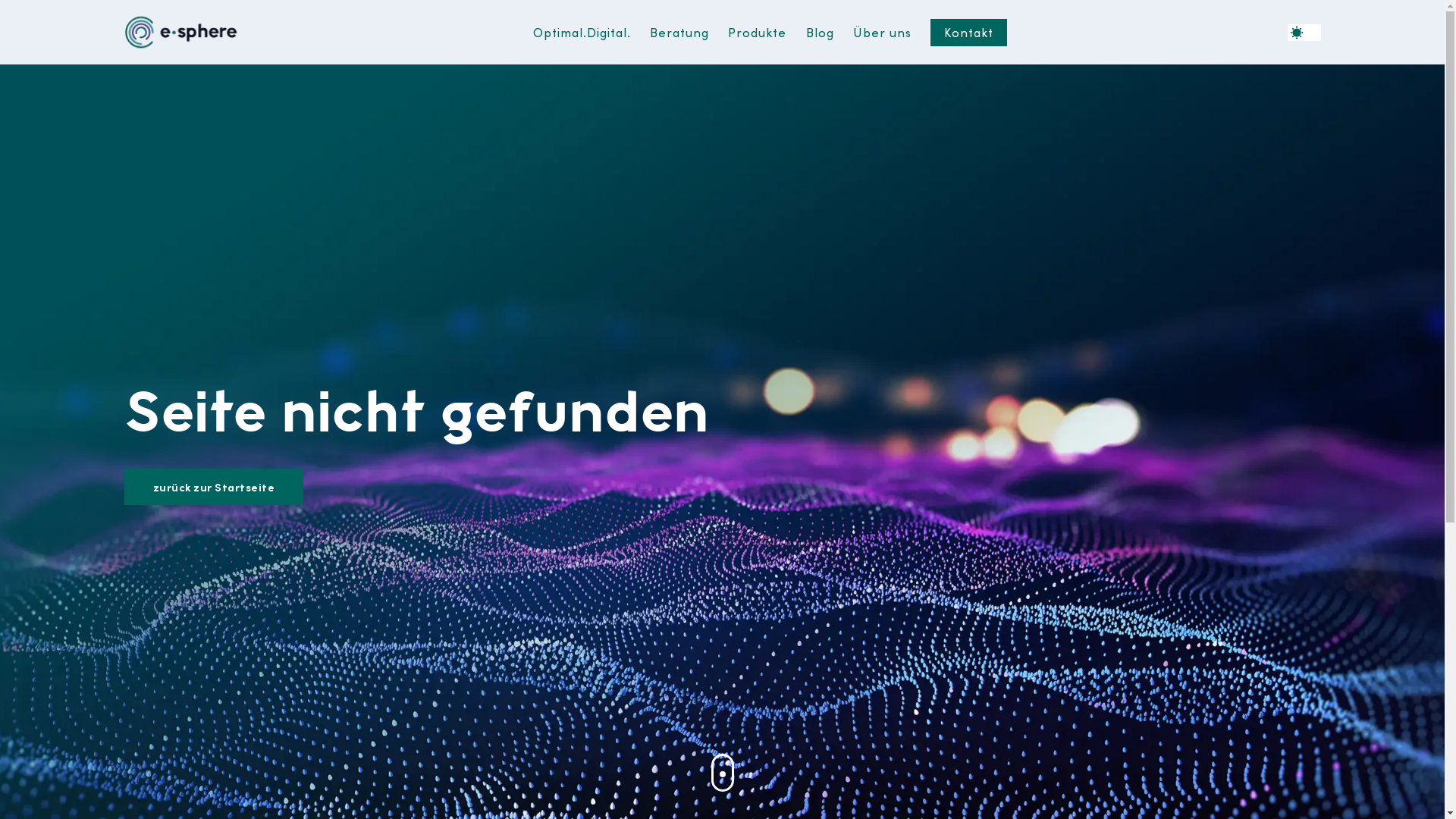 The image size is (1456, 819). I want to click on 'Blog', so click(819, 32).